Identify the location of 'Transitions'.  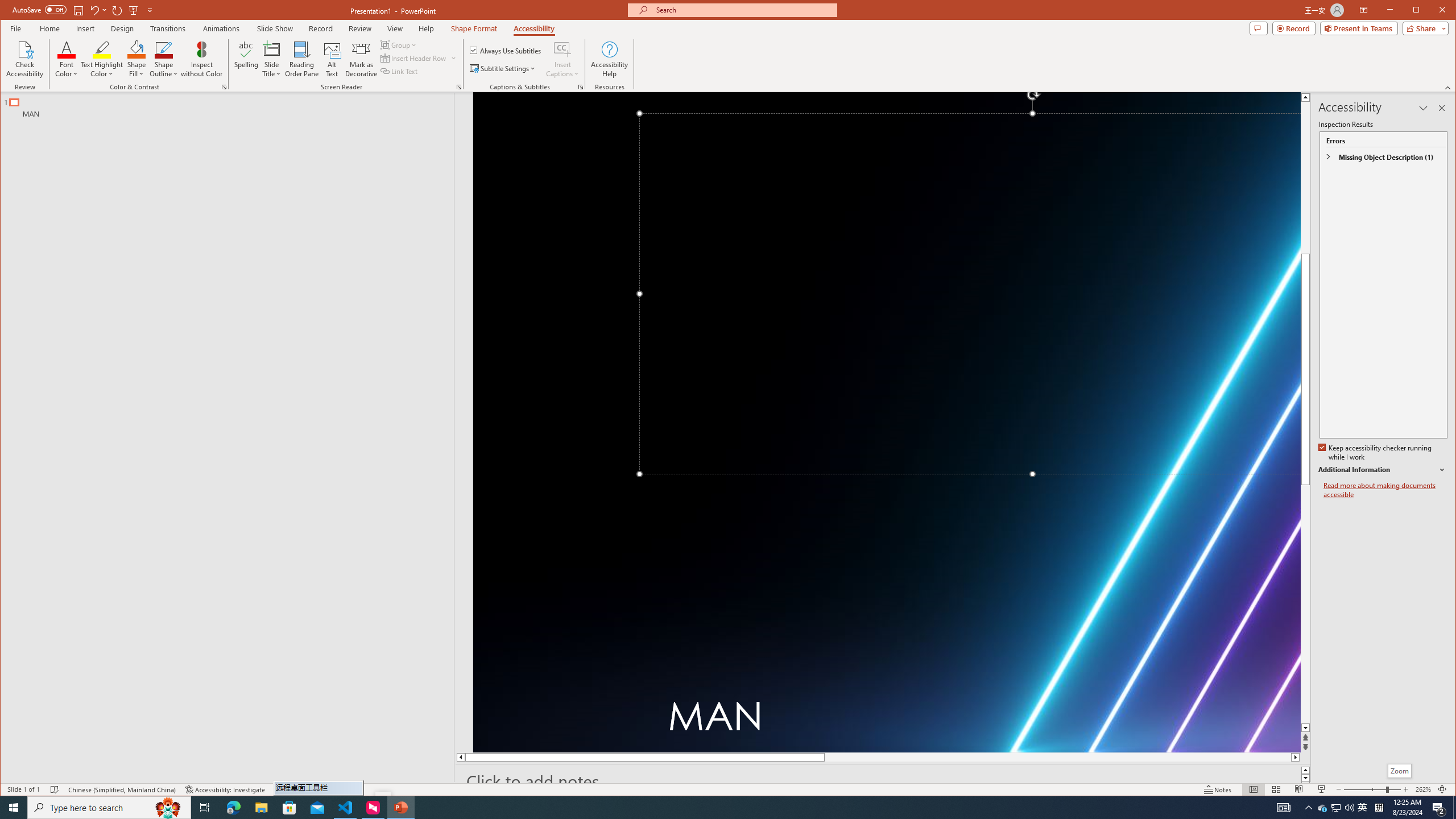
(167, 28).